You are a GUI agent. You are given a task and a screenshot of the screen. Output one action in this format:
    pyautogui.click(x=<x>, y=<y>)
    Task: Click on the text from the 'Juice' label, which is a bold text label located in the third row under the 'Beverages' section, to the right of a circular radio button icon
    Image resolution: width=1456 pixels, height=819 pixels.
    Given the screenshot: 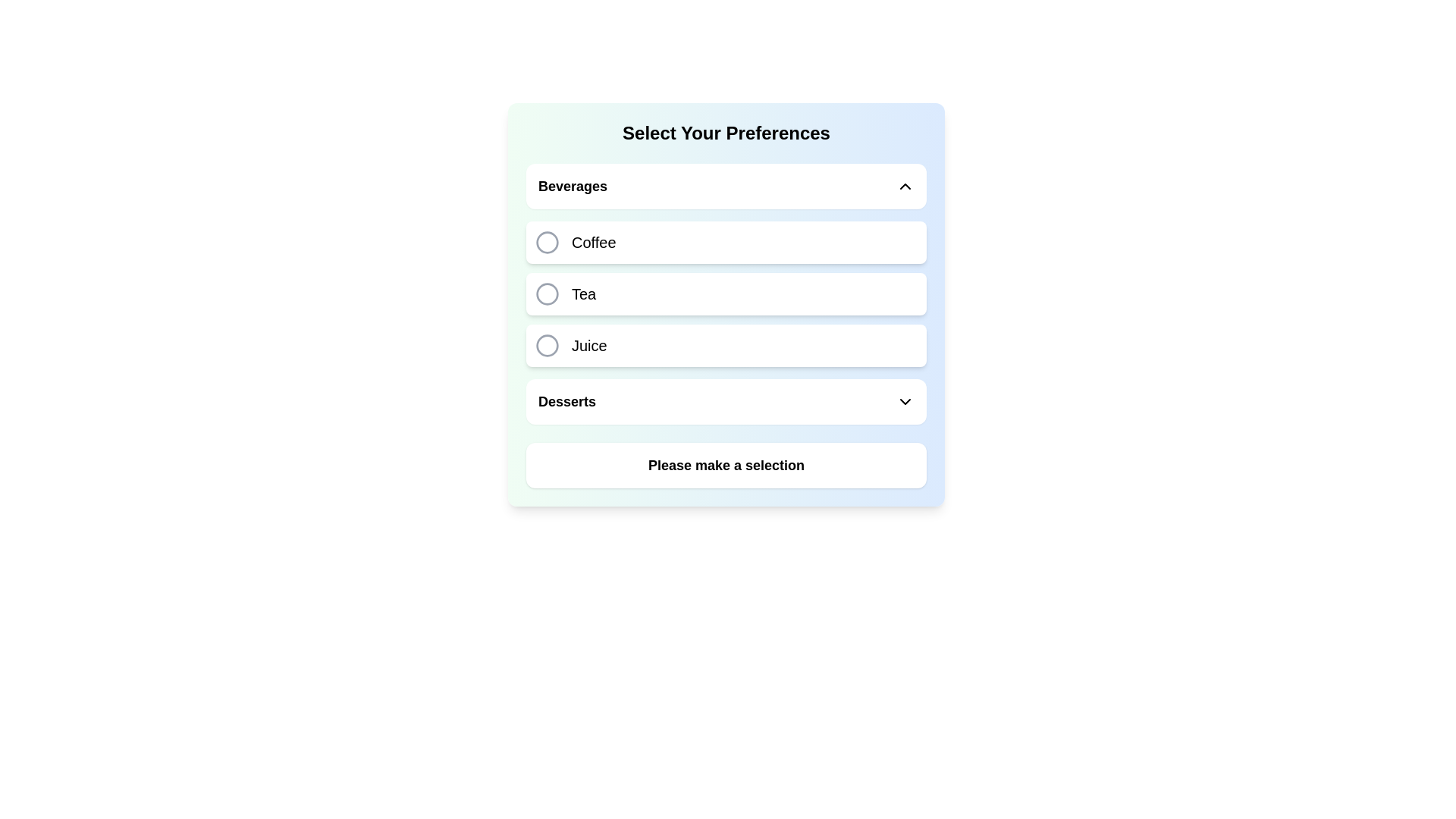 What is the action you would take?
    pyautogui.click(x=588, y=345)
    